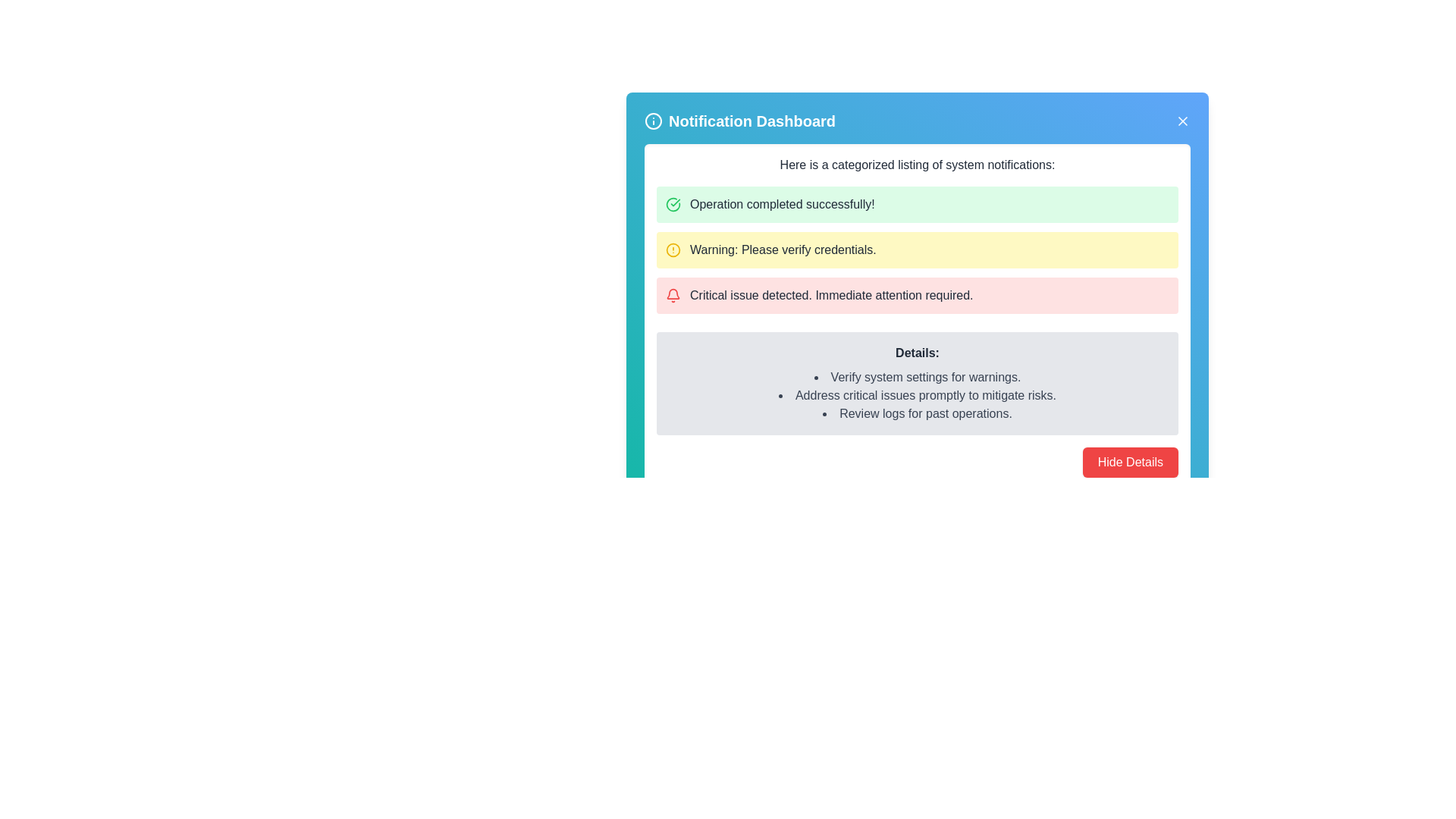  Describe the element at coordinates (916, 414) in the screenshot. I see `the informational text directive located as the third item in the bulleted list under the label 'Details:' within the gray box` at that location.